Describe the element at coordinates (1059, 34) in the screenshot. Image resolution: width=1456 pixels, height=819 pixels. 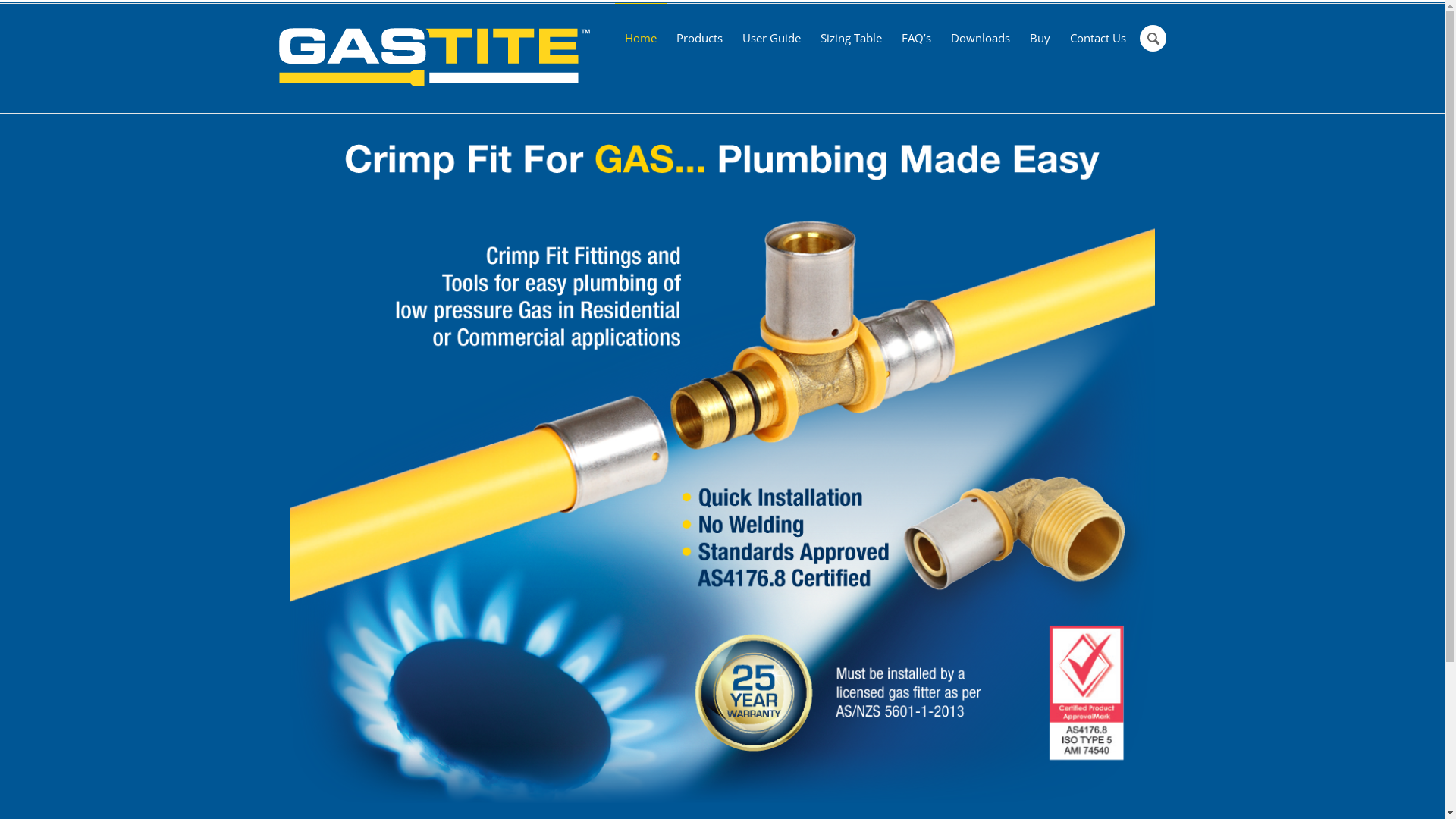
I see `'Contact Us'` at that location.